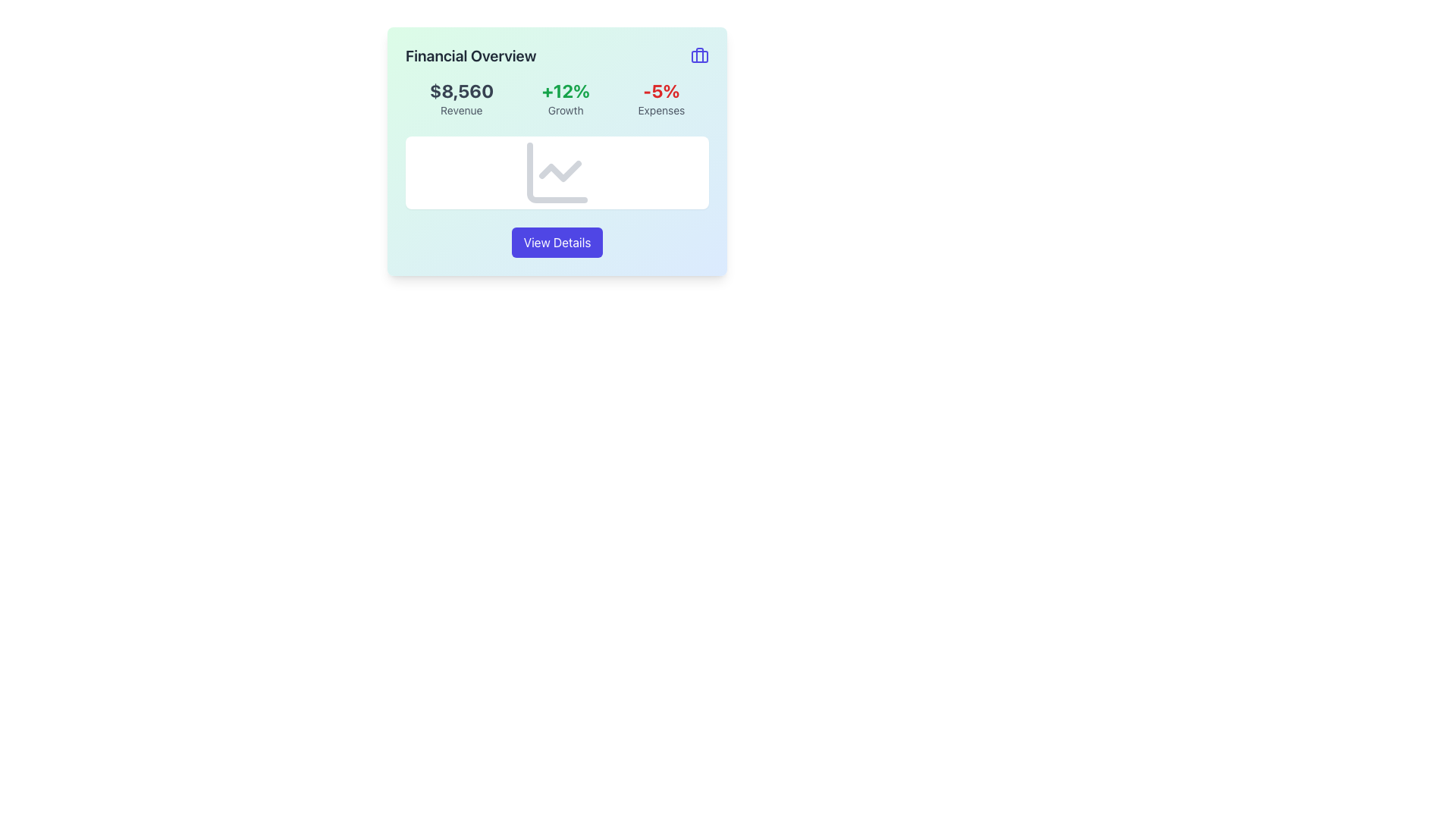  Describe the element at coordinates (560, 171) in the screenshot. I see `the Decorative SVG graphic that represents part of the line chart in the financial overview interface, located below the growth and revenue labels and above the 'View Details' button` at that location.